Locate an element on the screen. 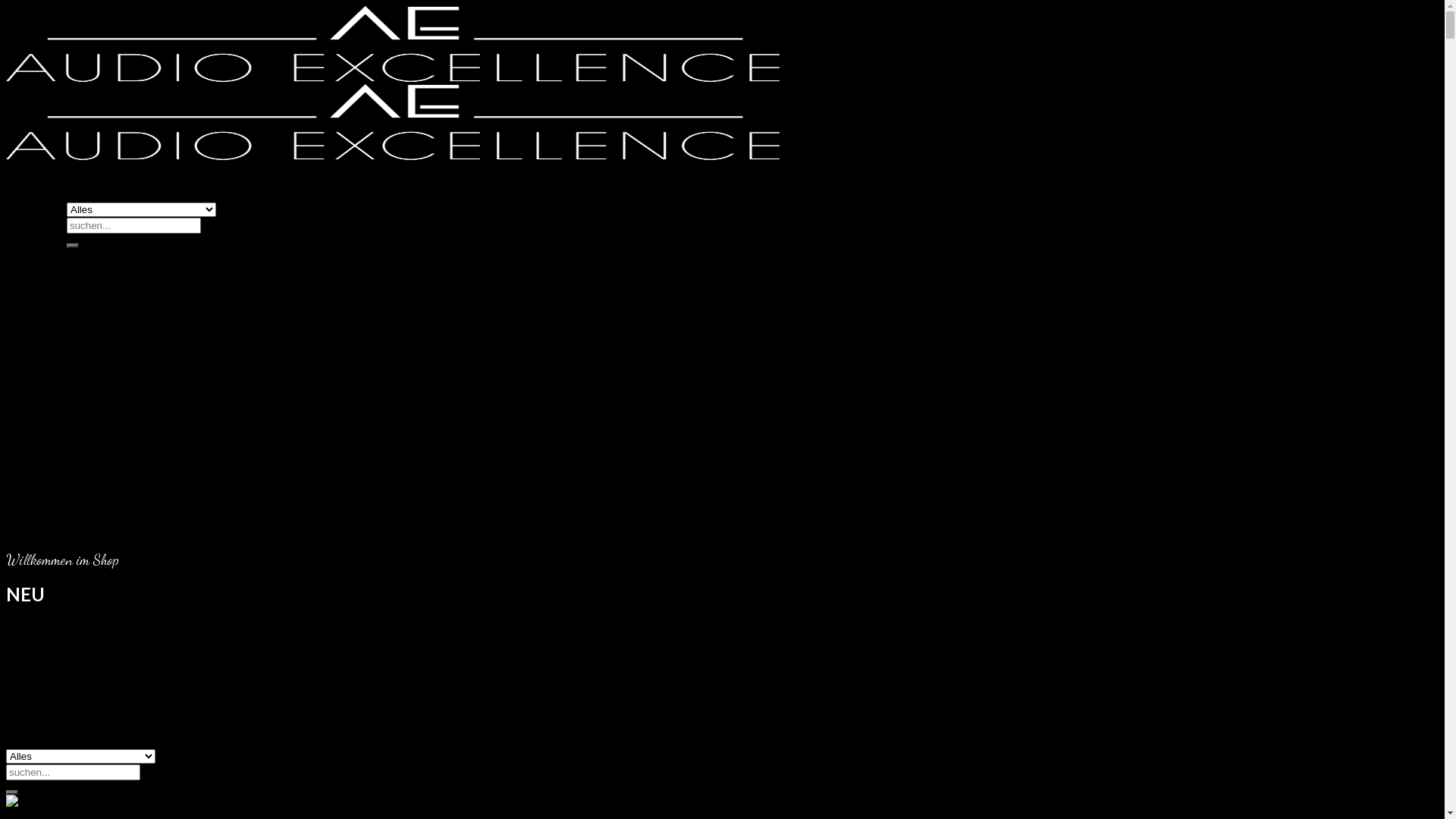  '0' is located at coordinates (39, 781).